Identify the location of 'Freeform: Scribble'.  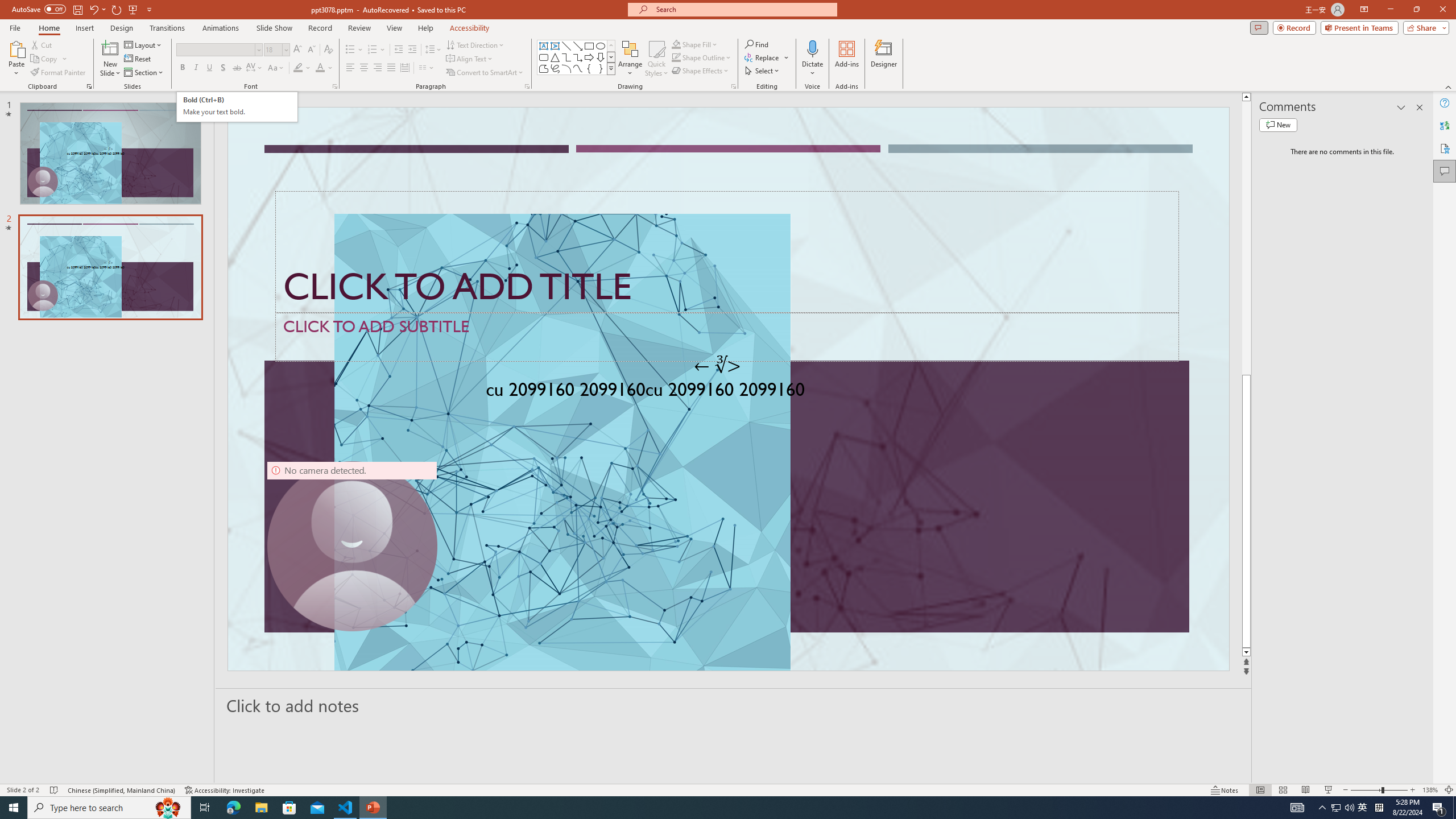
(554, 68).